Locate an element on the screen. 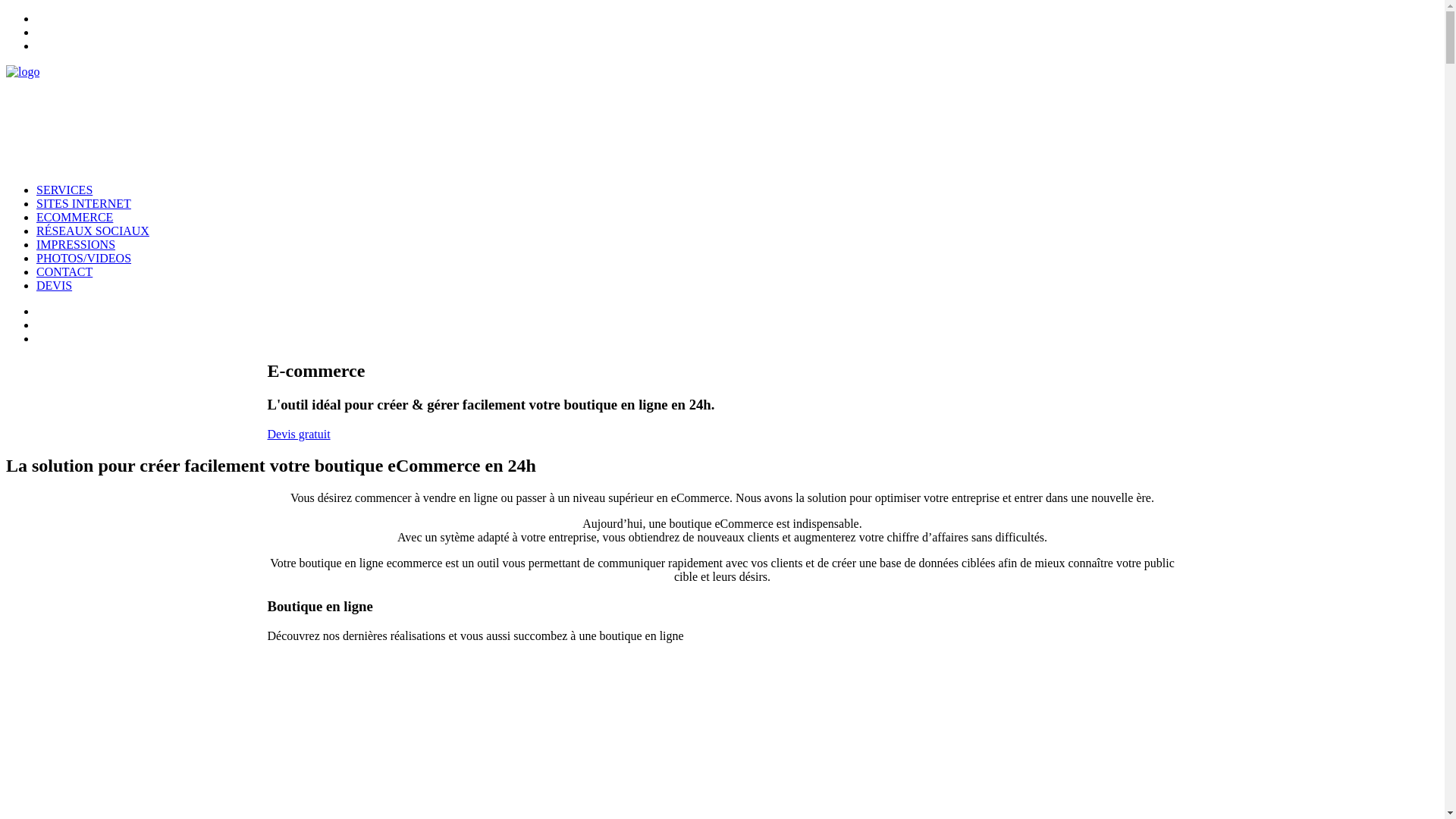 This screenshot has height=819, width=1456. 'Devis gratuit' is located at coordinates (298, 434).